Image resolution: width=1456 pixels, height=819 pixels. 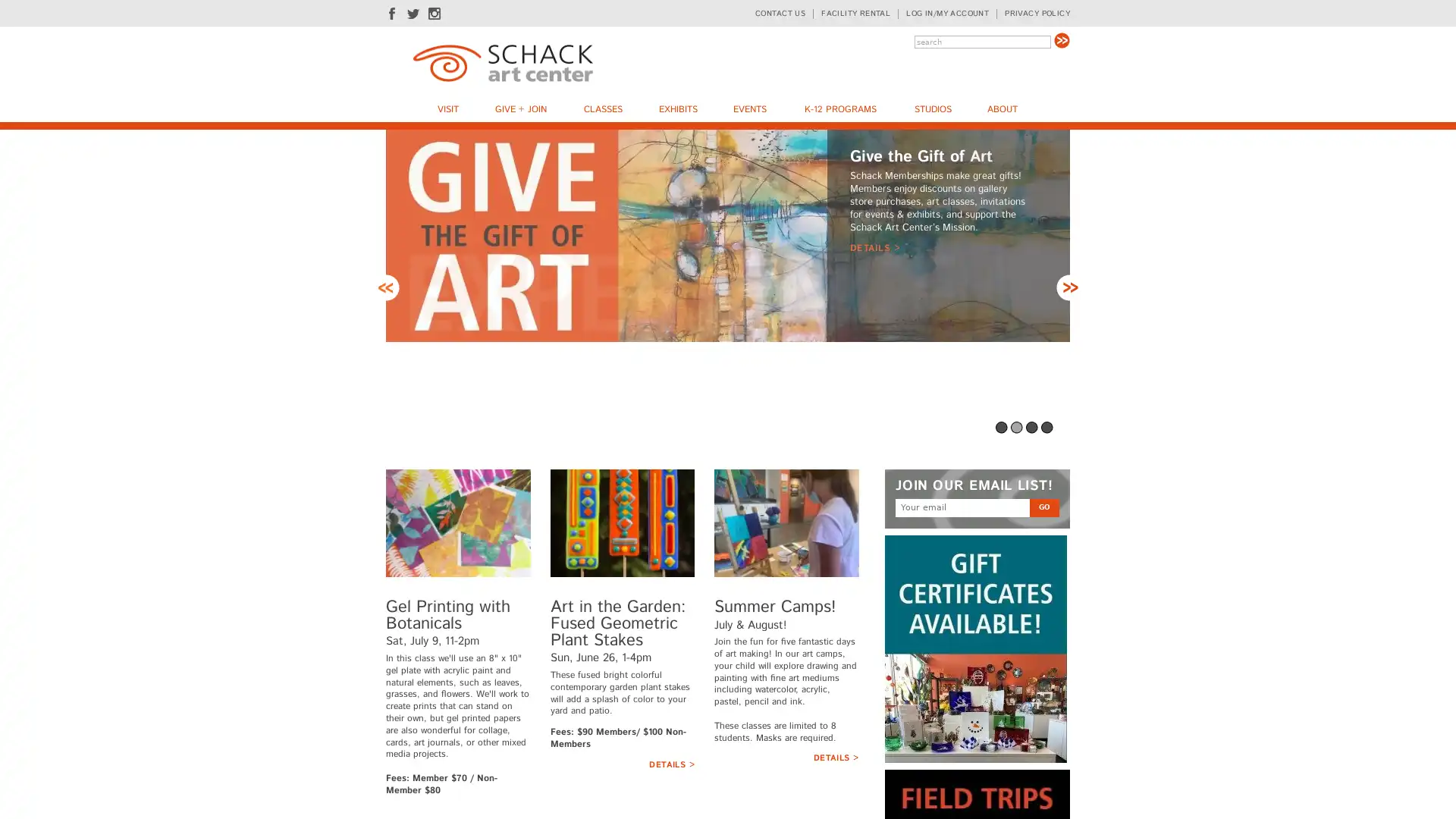 I want to click on Go, so click(x=1043, y=507).